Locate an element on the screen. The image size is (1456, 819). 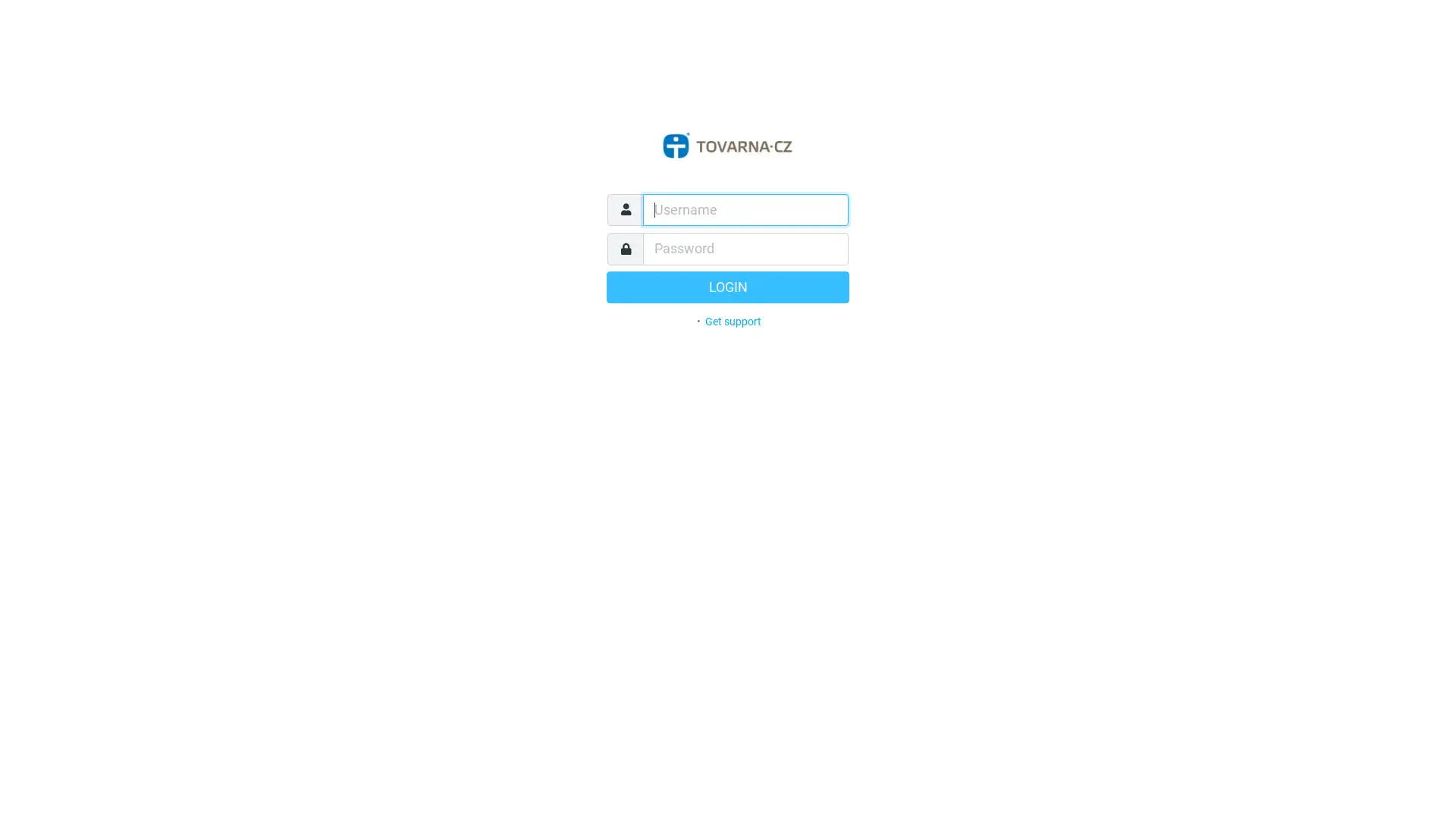
LOGIN is located at coordinates (728, 287).